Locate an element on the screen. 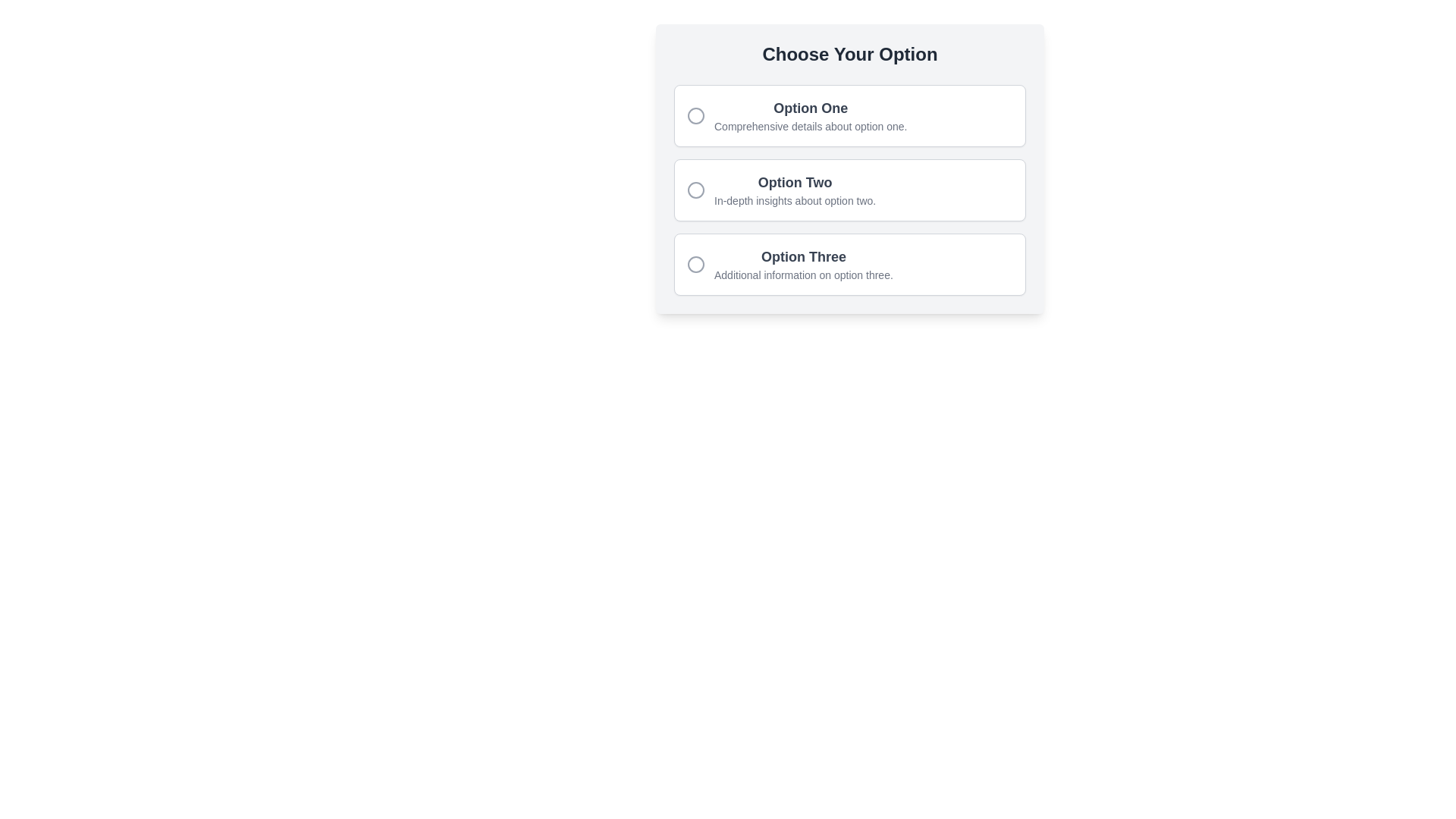  the graphic element within the outlined circular icon located to the left of the 'Option Three' text in the vertical selection menu is located at coordinates (695, 263).